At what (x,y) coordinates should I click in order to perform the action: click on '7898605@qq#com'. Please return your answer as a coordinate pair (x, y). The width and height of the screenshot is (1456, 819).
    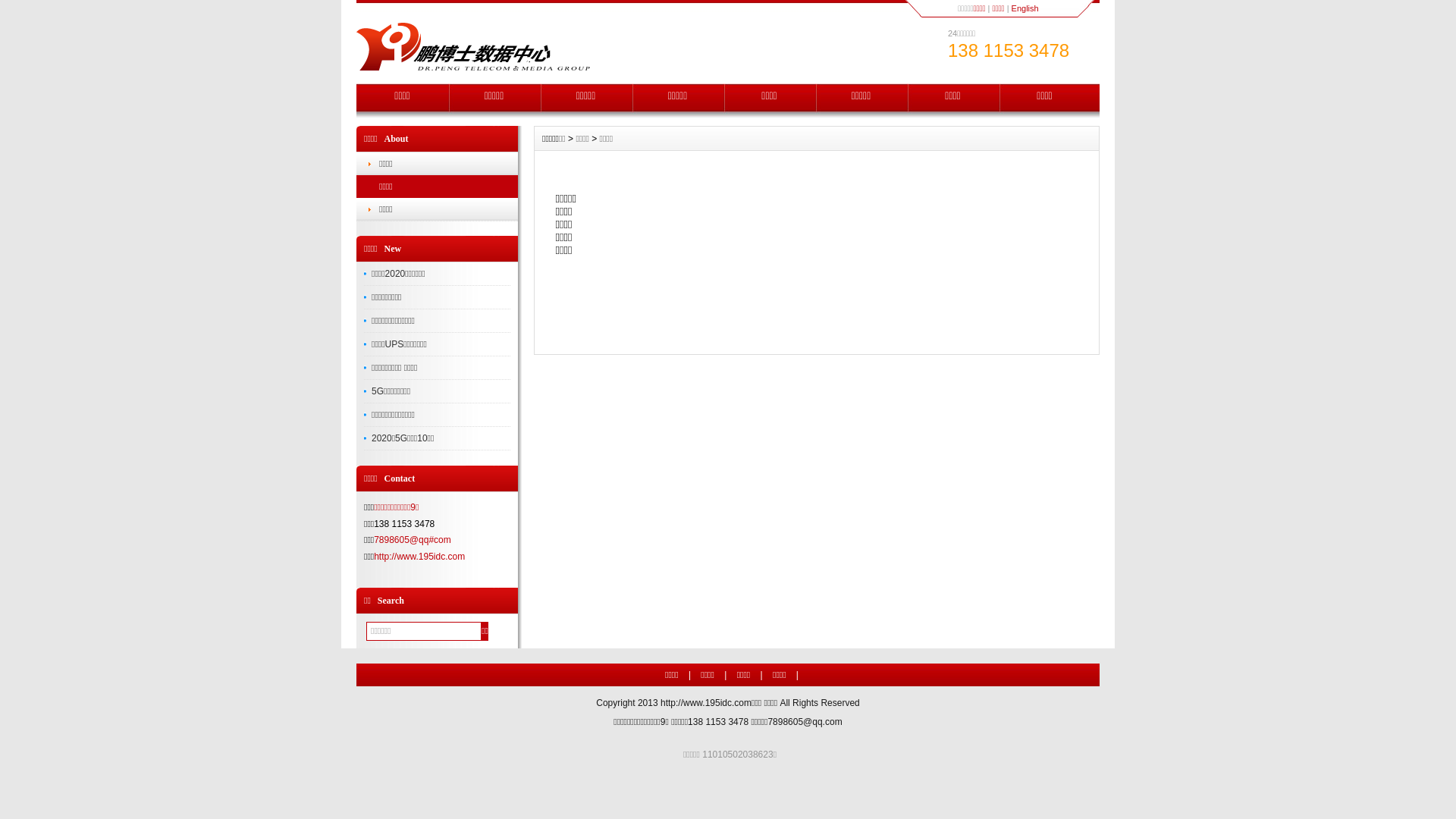
    Looking at the image, I should click on (374, 539).